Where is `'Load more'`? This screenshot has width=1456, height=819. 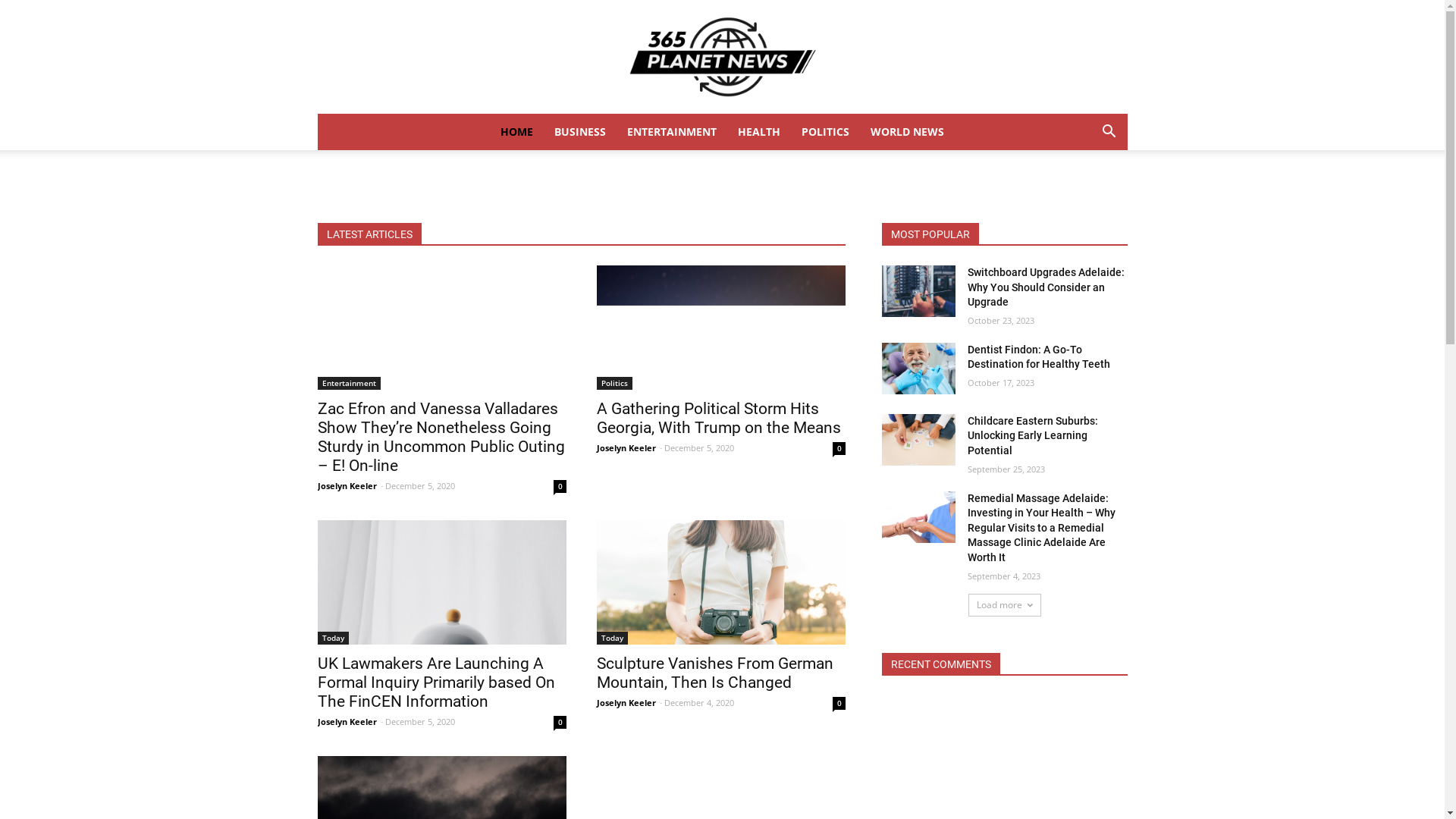 'Load more' is located at coordinates (967, 604).